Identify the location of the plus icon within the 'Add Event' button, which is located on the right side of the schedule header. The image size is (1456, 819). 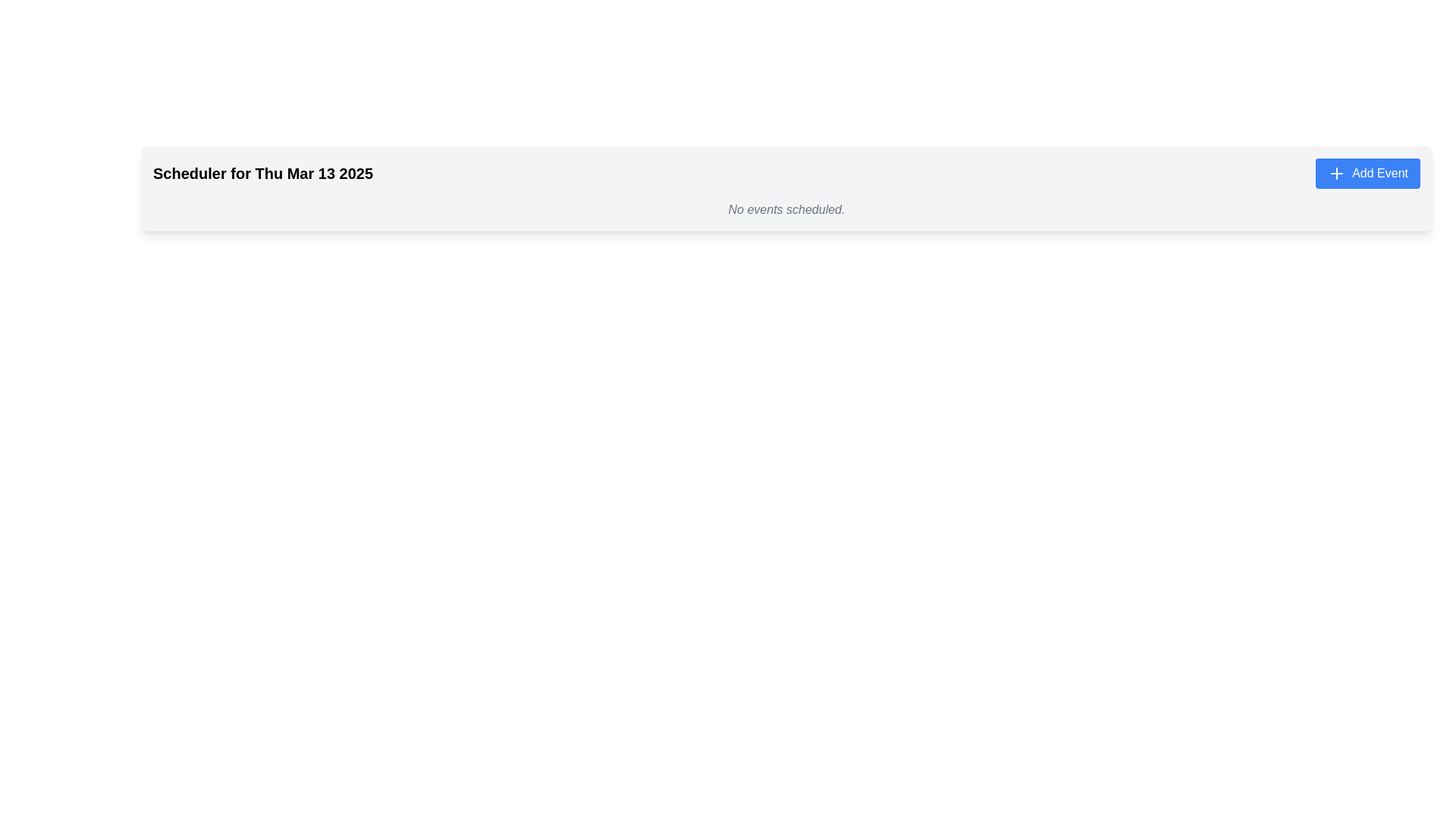
(1337, 172).